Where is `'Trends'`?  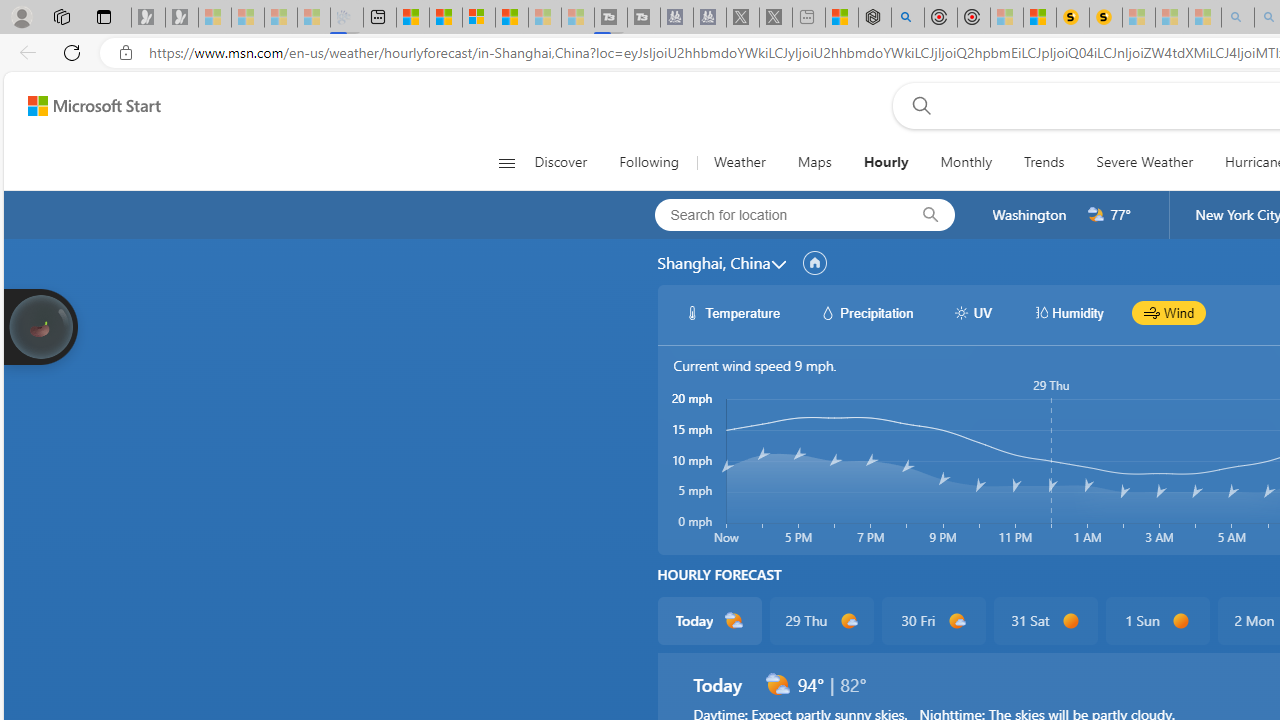 'Trends' is located at coordinates (1043, 162).